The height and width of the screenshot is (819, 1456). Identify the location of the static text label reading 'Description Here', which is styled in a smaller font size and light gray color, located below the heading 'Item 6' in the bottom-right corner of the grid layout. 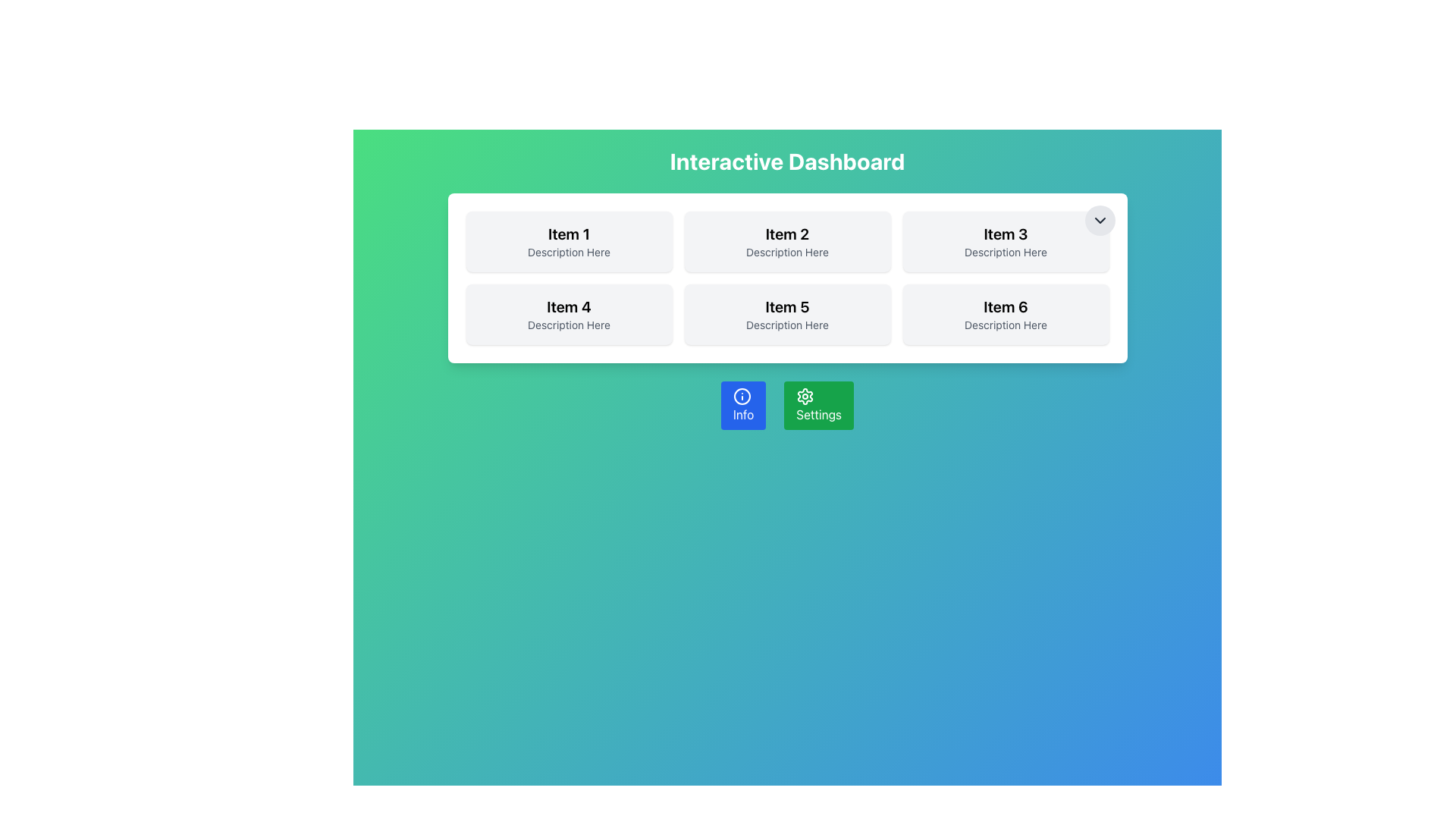
(1006, 324).